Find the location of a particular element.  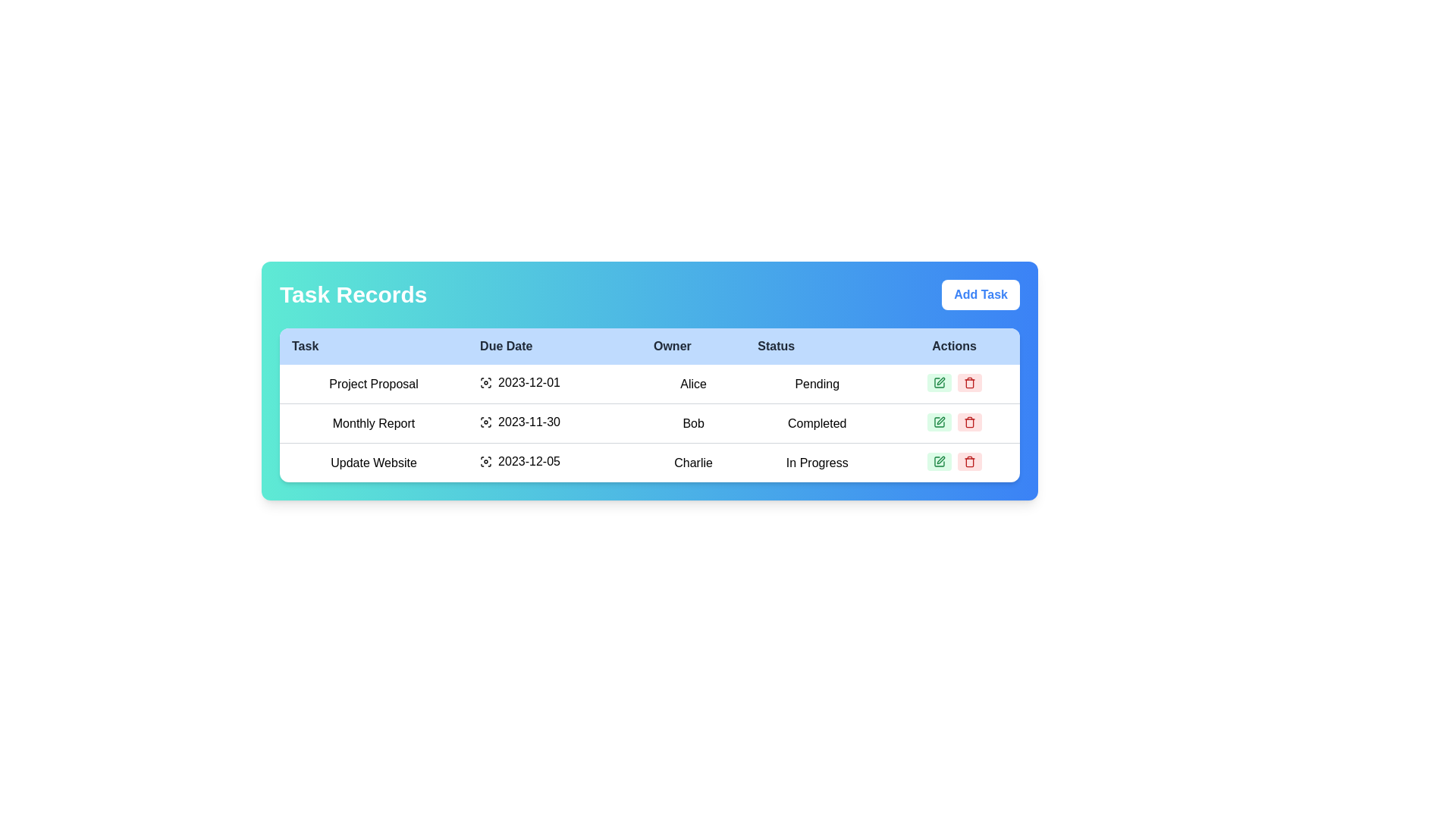

the table header row with light blue background containing the column headers 'Task', 'Due Date', 'Owner', 'Status', and 'Actions' is located at coordinates (650, 346).